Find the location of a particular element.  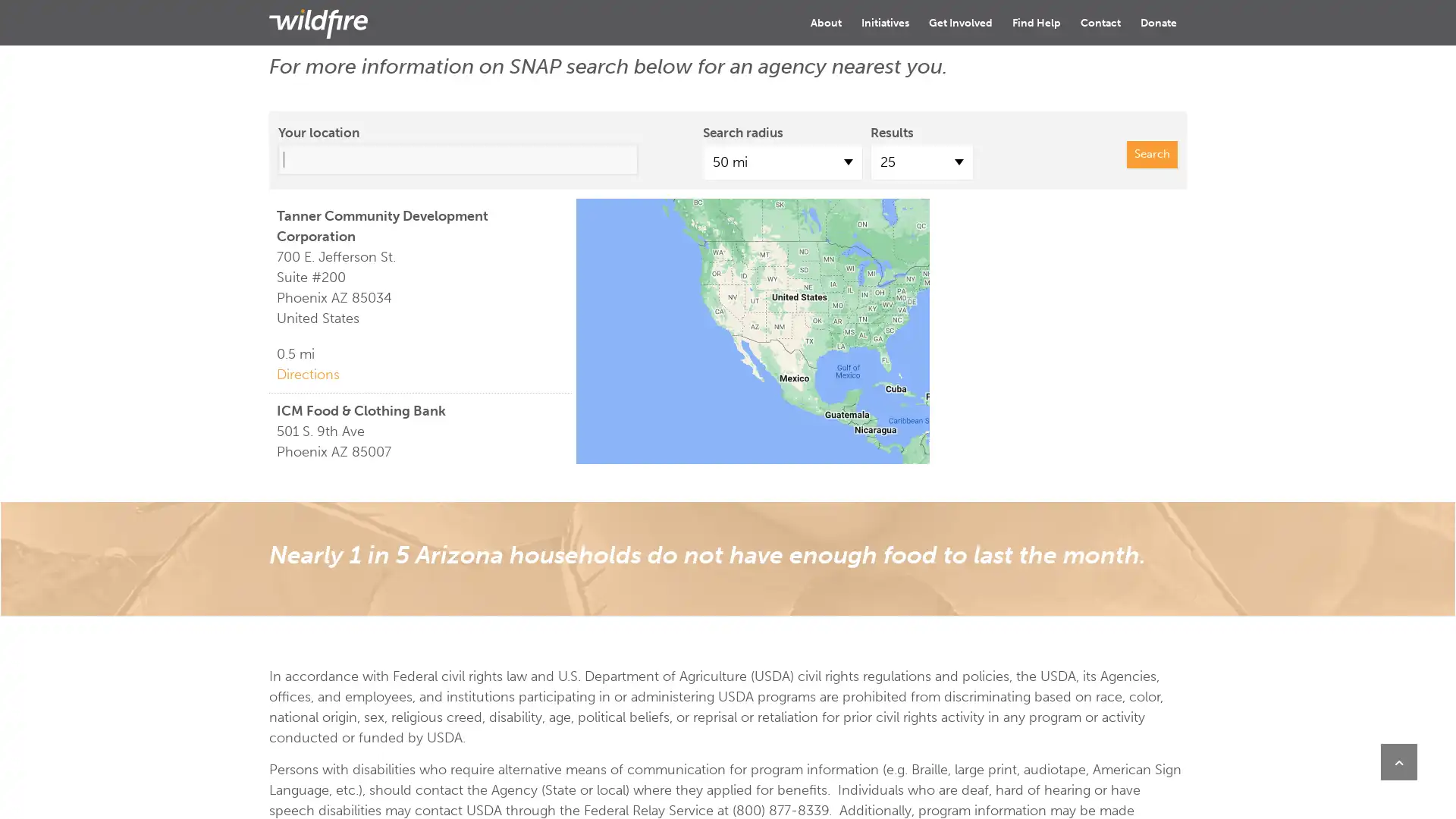

Neighborhood Outreach Access to Health: Balsz Educare Arizona Center for Health (BEACH Health Center) is located at coordinates (924, 311).